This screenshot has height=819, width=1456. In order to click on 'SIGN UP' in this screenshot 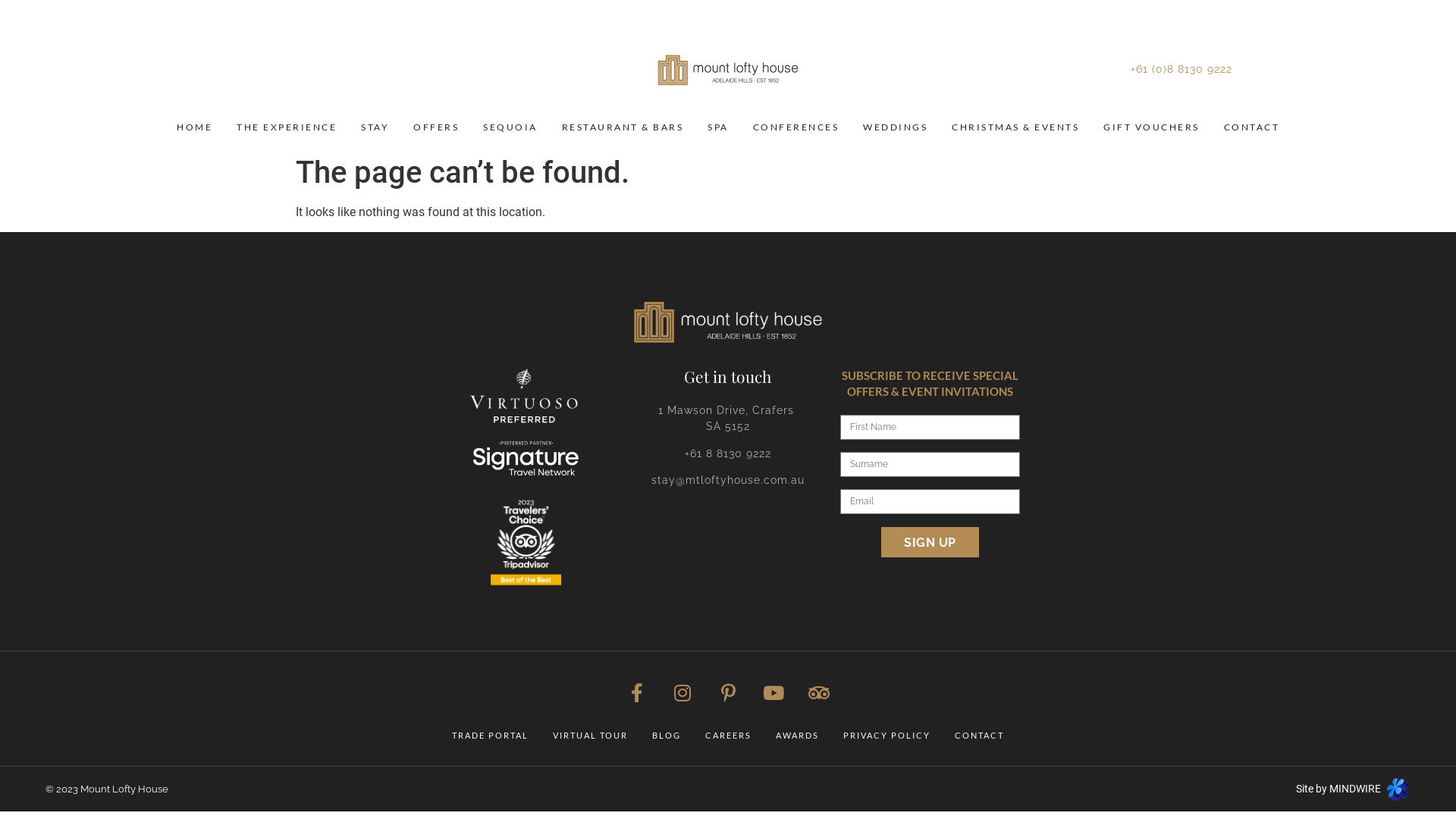, I will do `click(929, 541)`.